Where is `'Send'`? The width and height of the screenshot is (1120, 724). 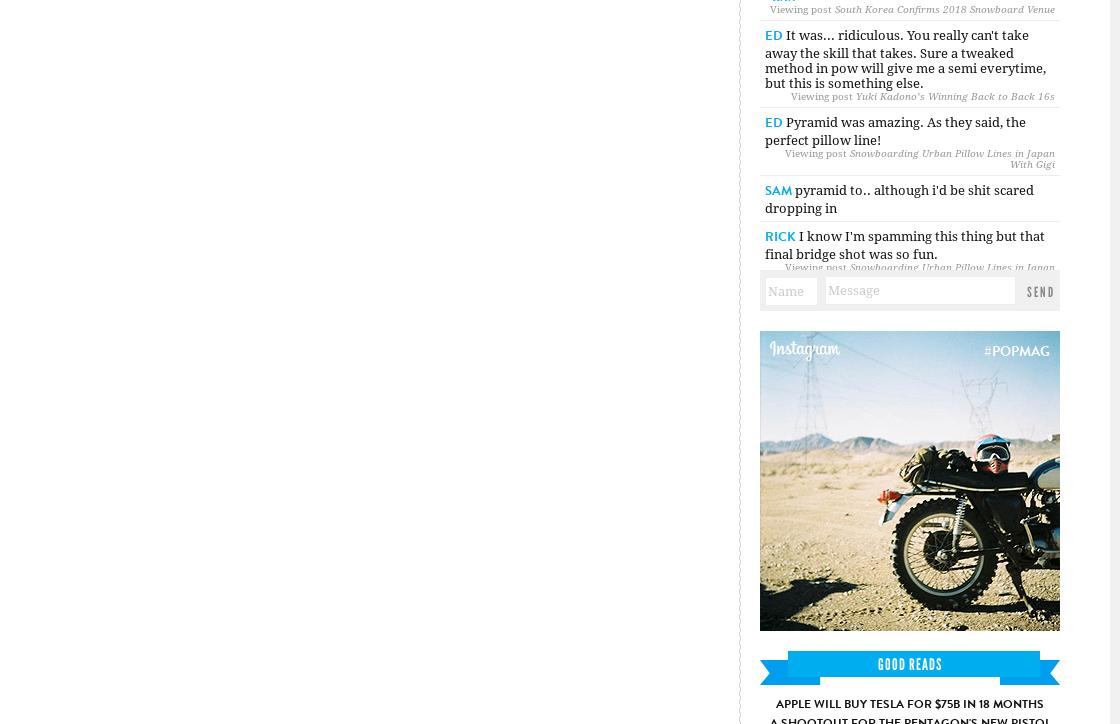
'Send' is located at coordinates (1041, 290).